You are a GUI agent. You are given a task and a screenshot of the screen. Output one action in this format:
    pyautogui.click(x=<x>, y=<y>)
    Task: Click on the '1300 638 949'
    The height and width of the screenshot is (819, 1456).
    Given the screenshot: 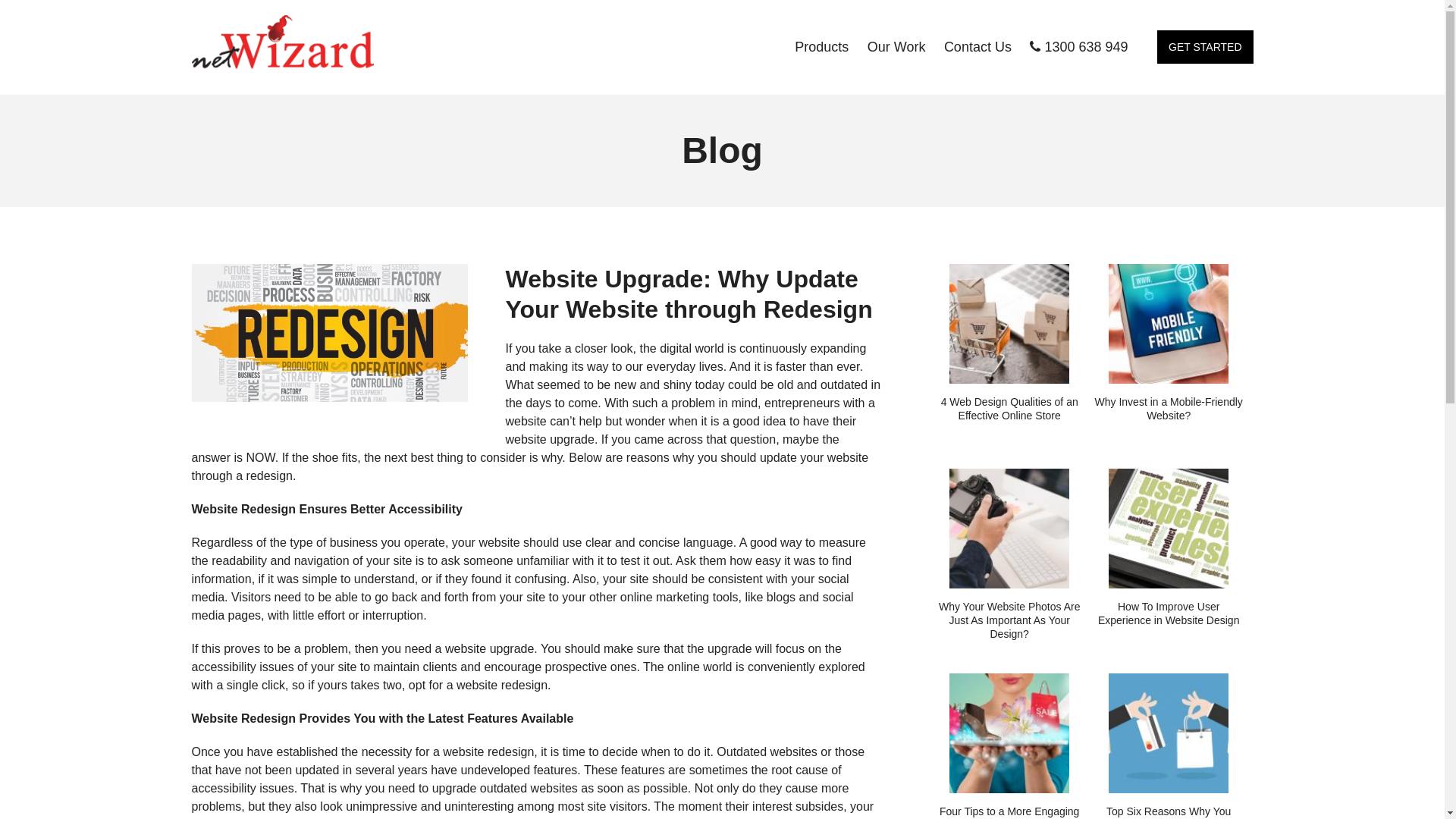 What is the action you would take?
    pyautogui.click(x=1078, y=45)
    